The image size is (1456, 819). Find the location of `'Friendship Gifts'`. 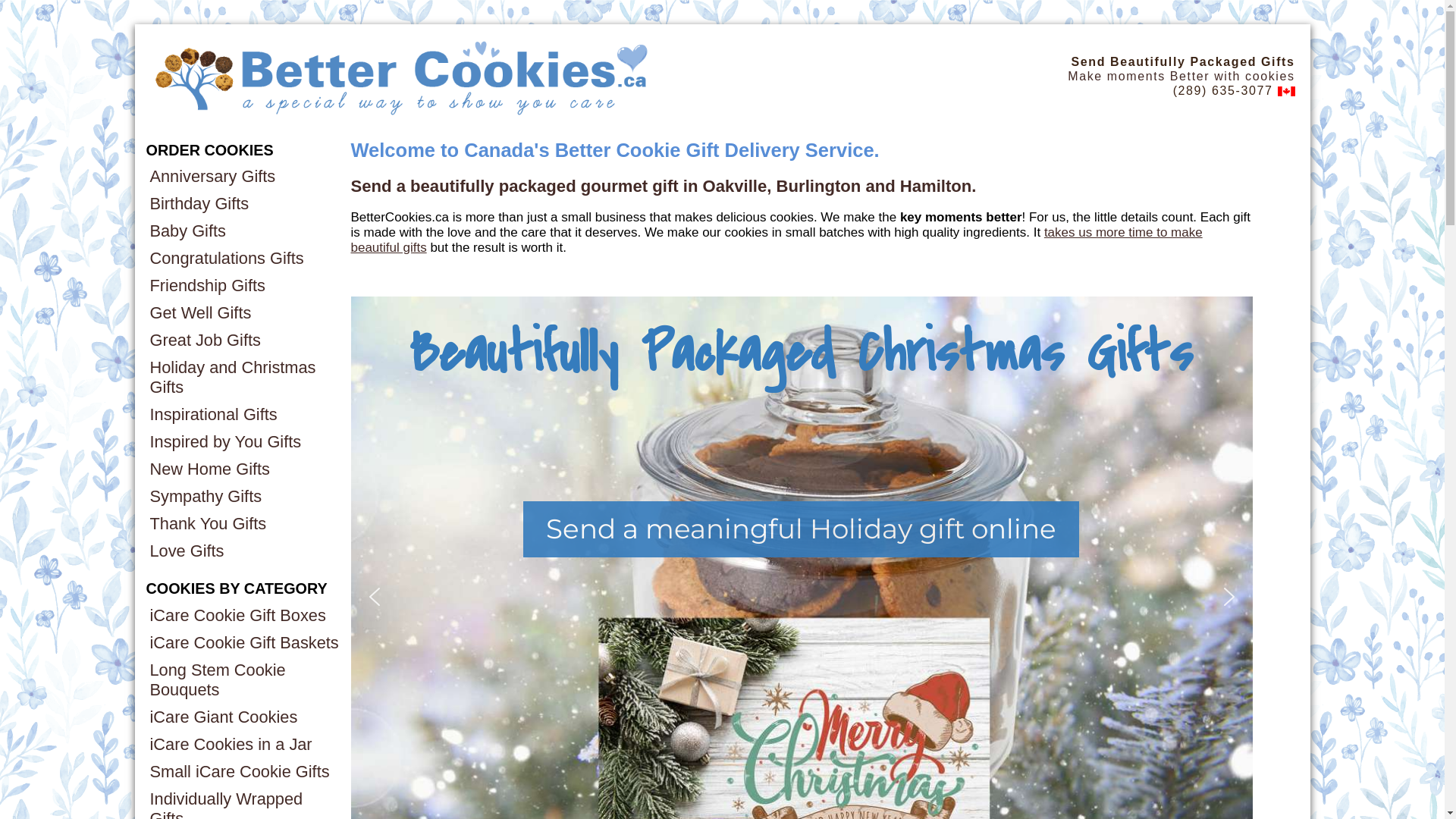

'Friendship Gifts' is located at coordinates (146, 286).